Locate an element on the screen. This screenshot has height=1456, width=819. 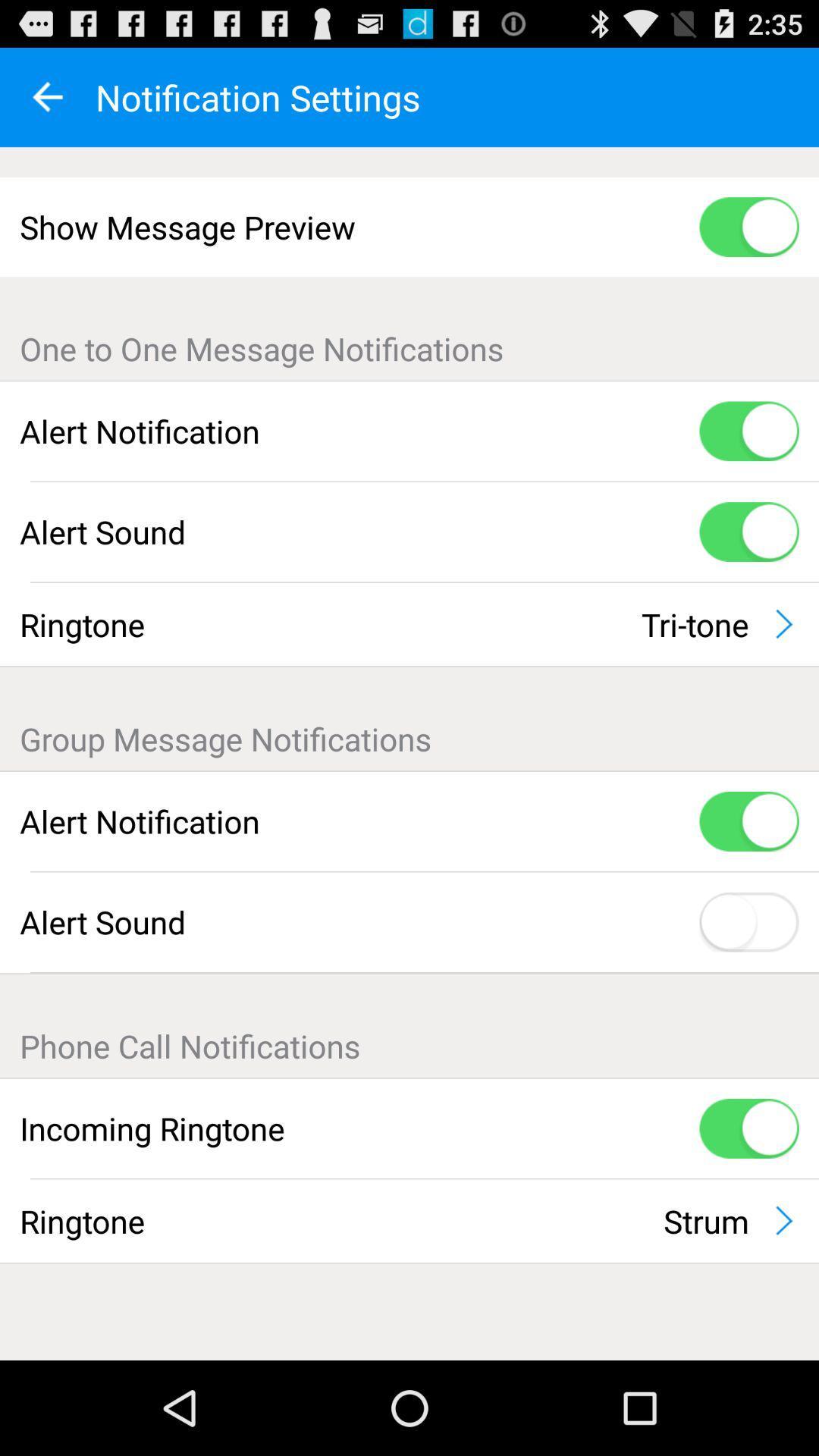
app to the right of incoming ringtone icon is located at coordinates (748, 1128).